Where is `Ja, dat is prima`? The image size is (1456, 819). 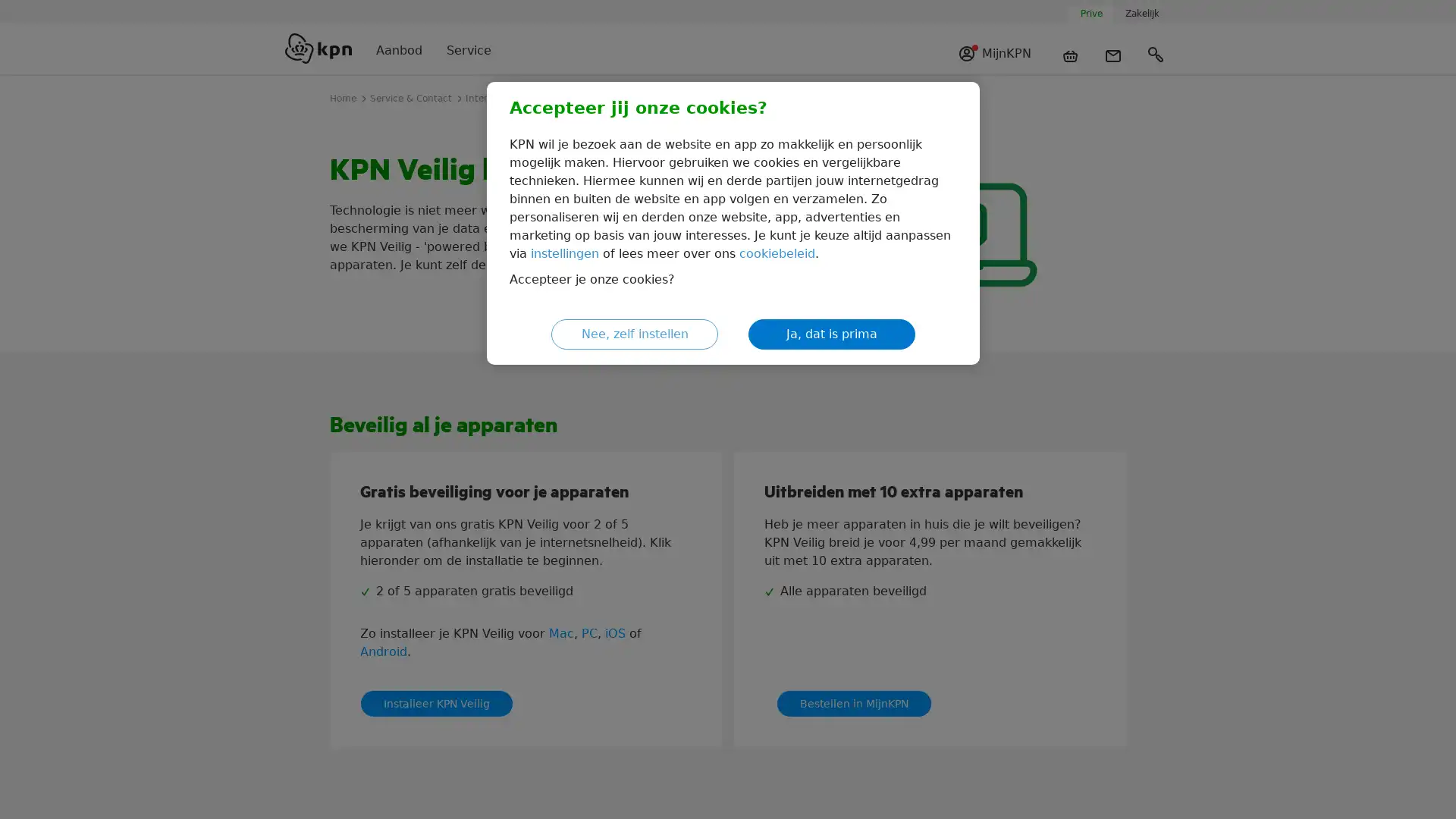
Ja, dat is prima is located at coordinates (831, 332).